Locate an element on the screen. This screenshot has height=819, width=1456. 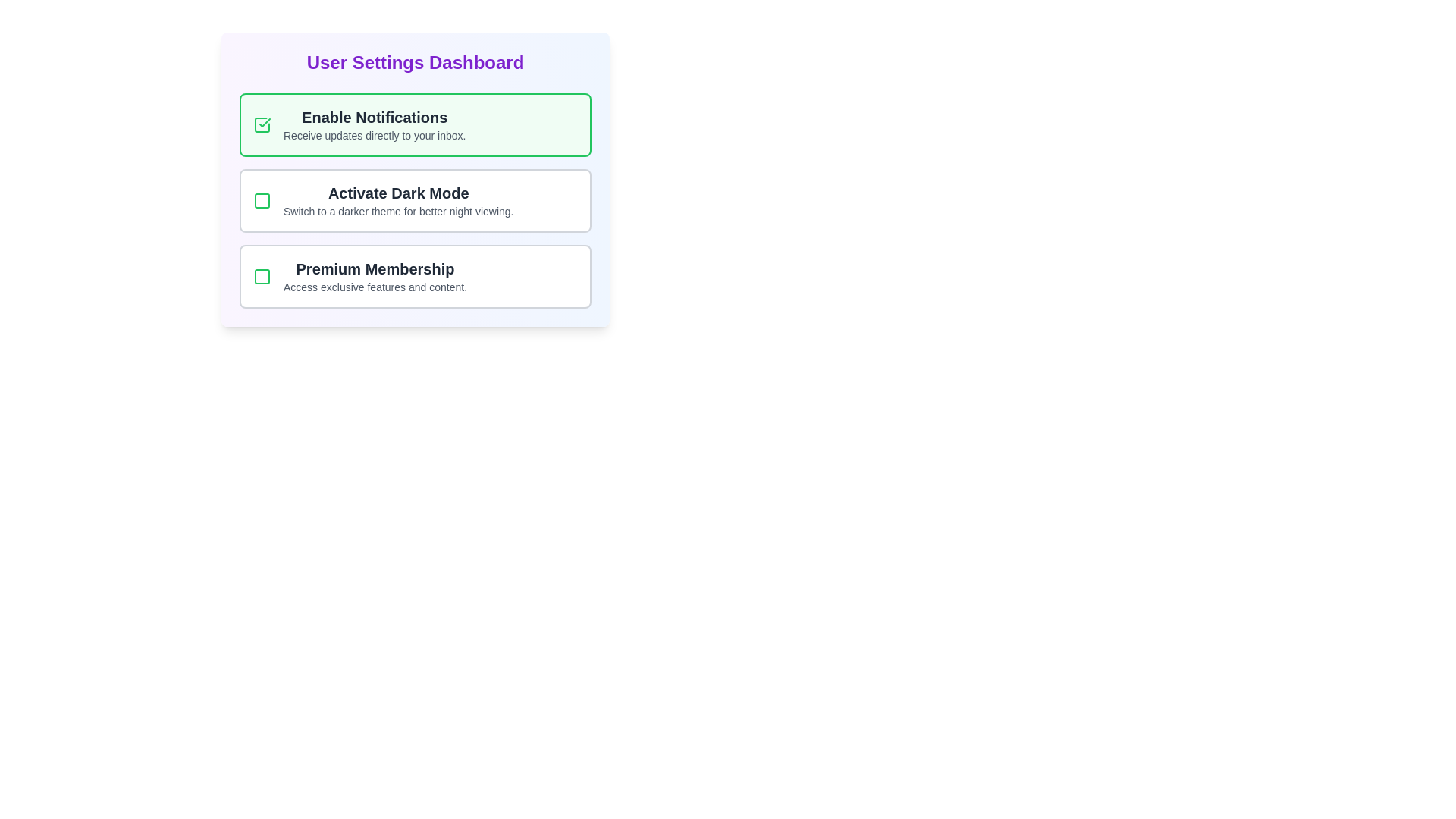
text of the selectable option with a checkbox that allows users to opt in to receive notifications, located at the topmost position among a stacked list of three options is located at coordinates (415, 124).